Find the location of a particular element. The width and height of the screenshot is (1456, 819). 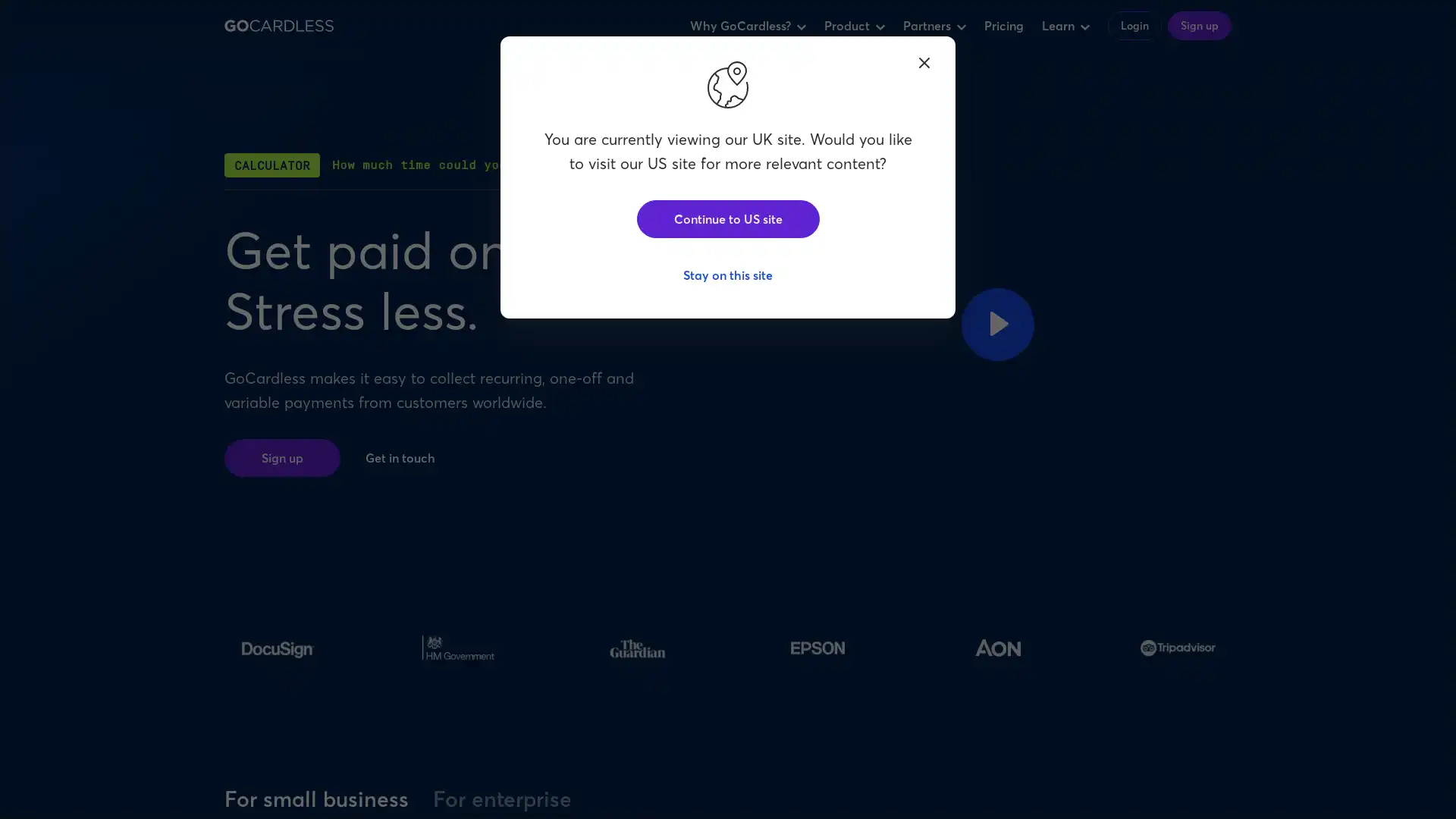

Why GoCardless? is located at coordinates (748, 26).